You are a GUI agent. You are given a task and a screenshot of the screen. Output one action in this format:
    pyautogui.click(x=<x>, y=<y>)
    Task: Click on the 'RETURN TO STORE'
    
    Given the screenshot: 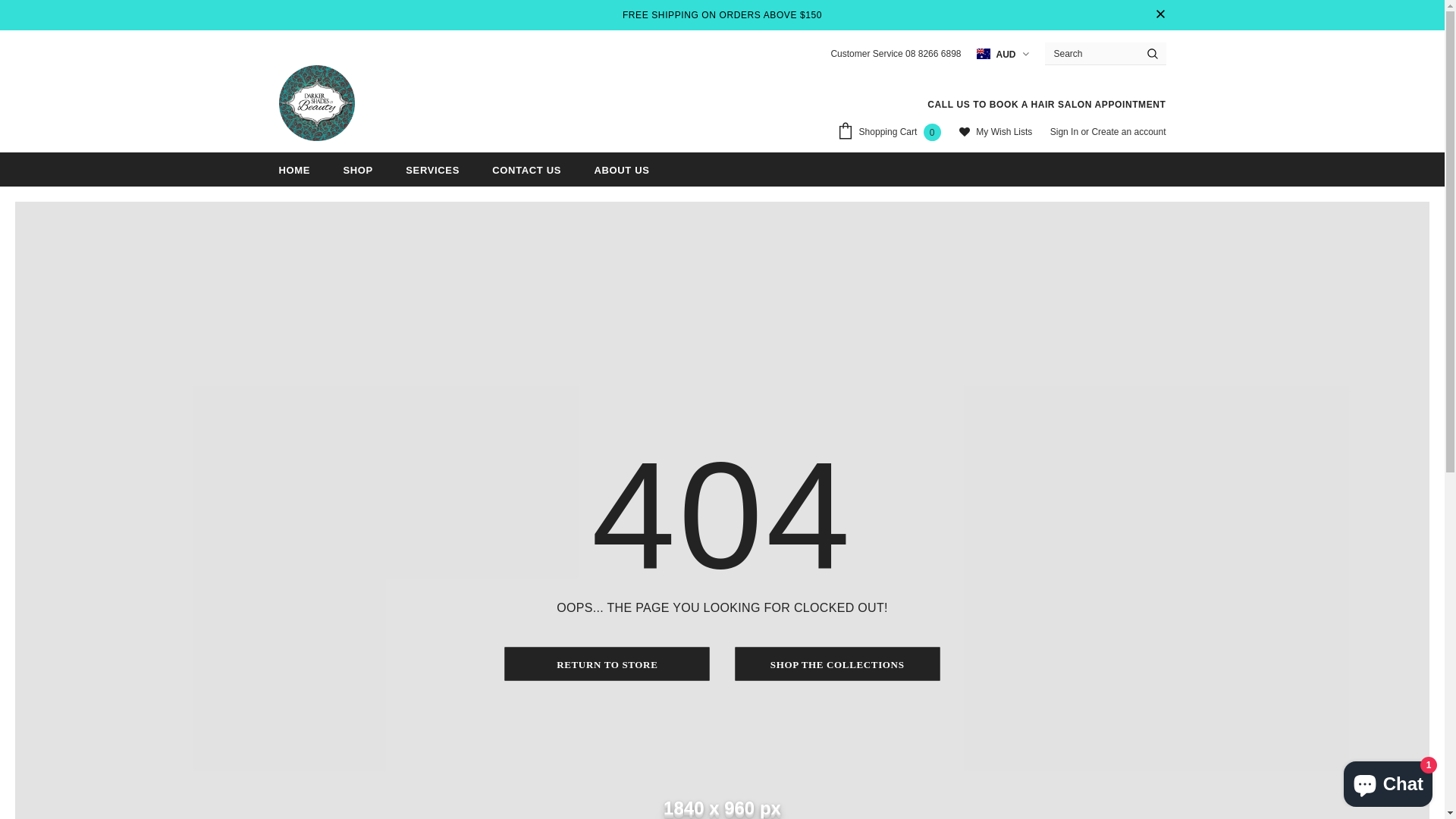 What is the action you would take?
    pyautogui.click(x=607, y=663)
    